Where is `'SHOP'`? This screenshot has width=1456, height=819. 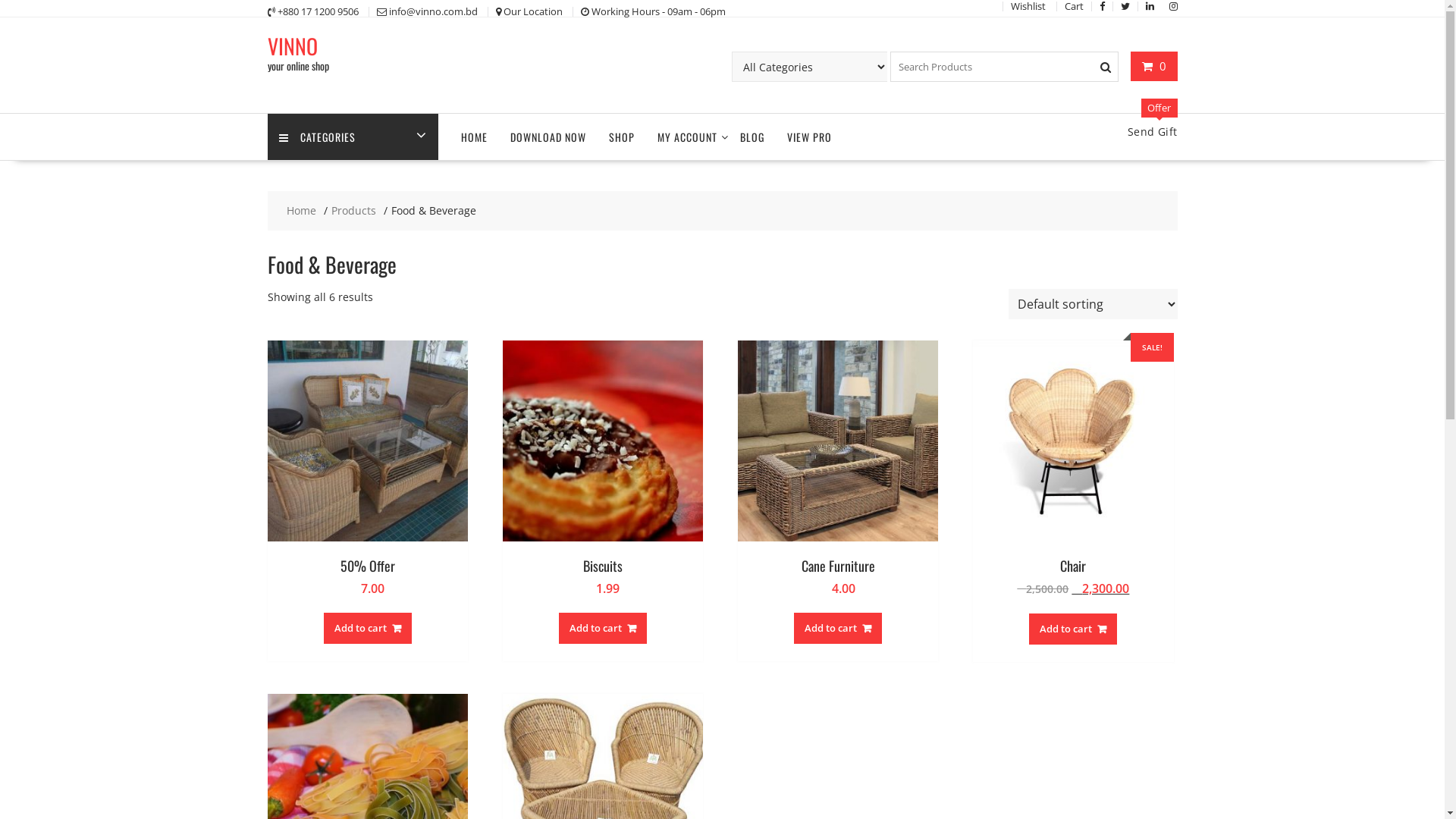 'SHOP' is located at coordinates (622, 136).